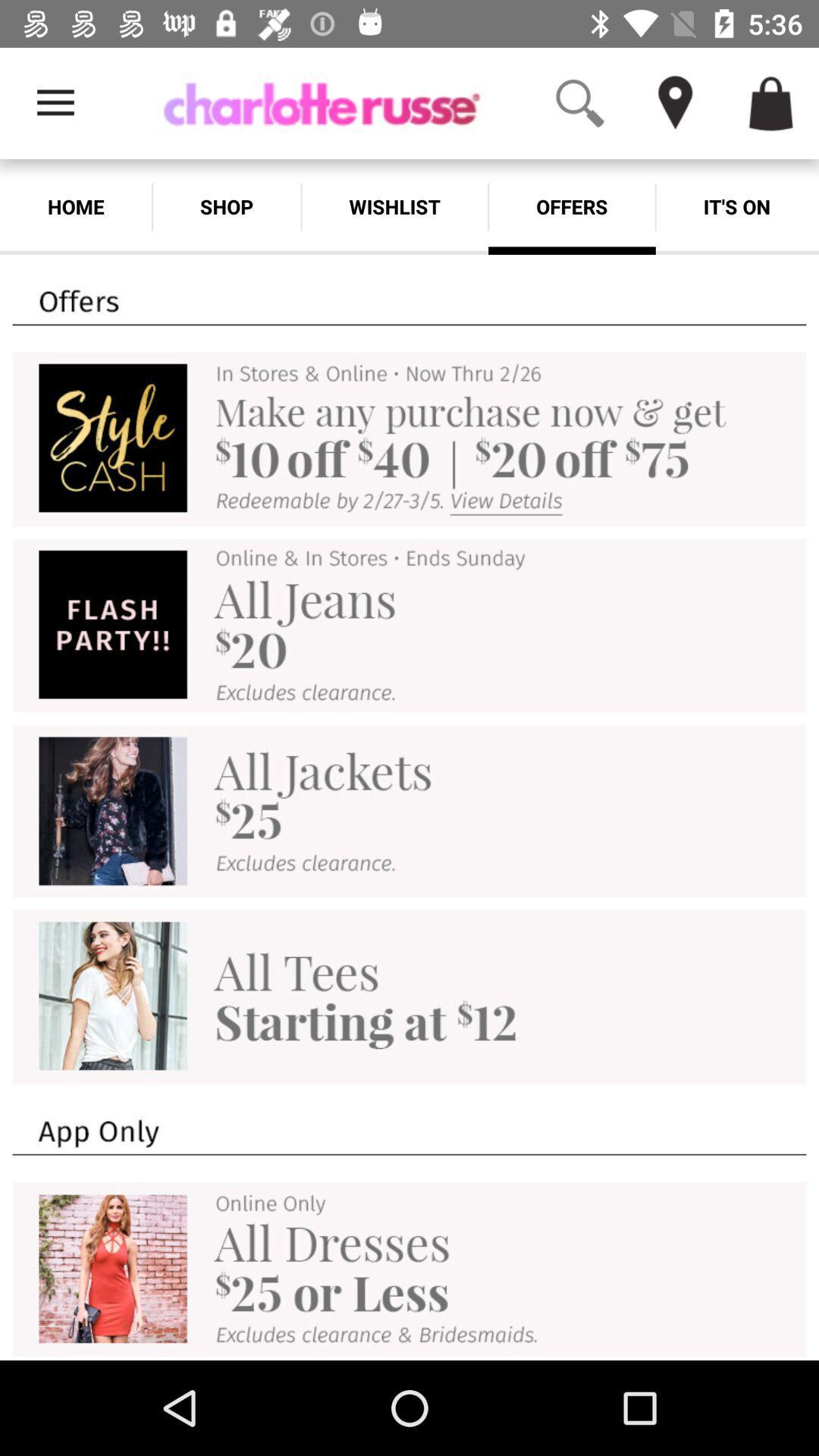 Image resolution: width=819 pixels, height=1456 pixels. Describe the element at coordinates (227, 206) in the screenshot. I see `the app to the right of the home item` at that location.